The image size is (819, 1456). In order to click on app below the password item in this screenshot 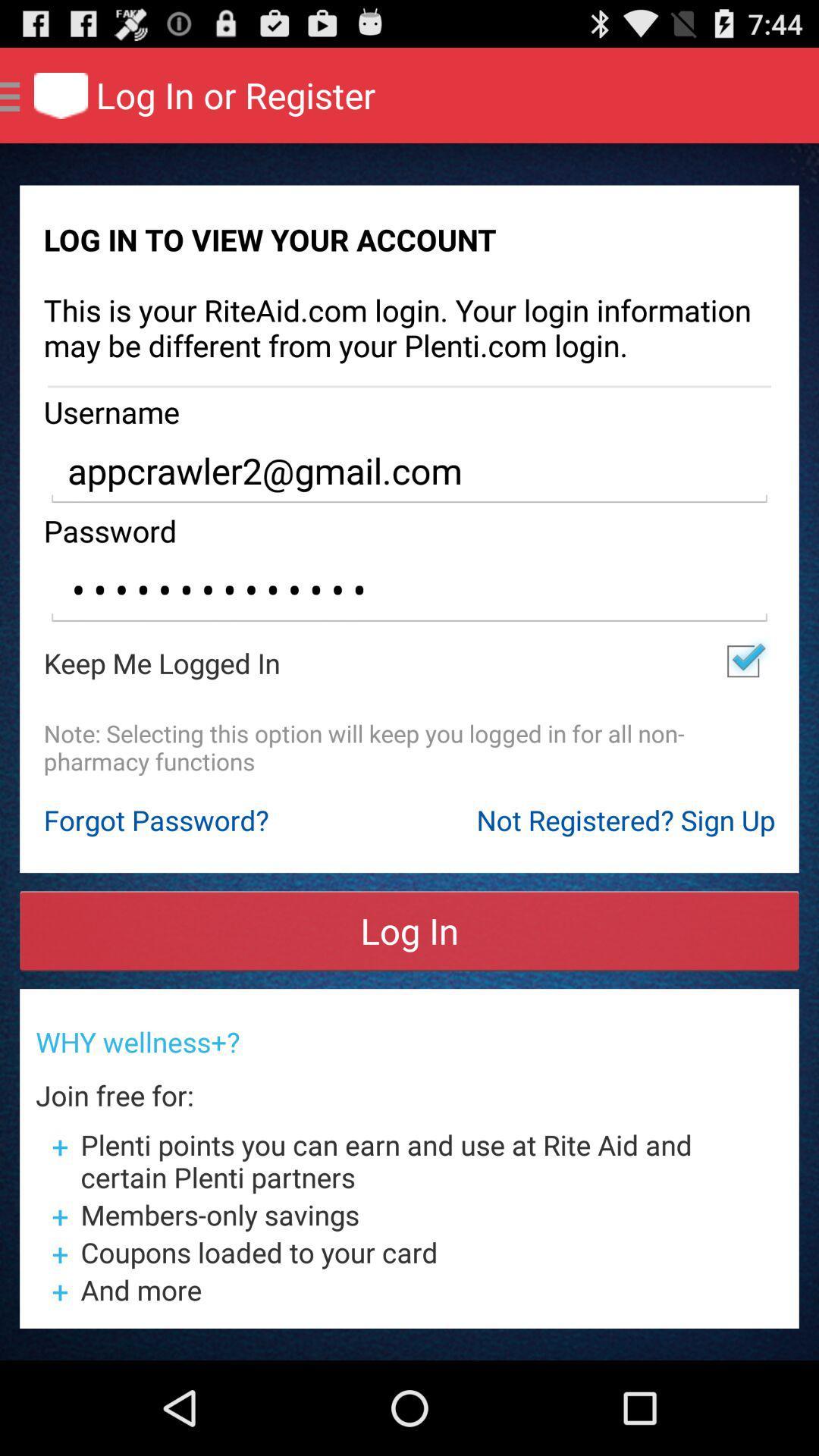, I will do `click(409, 589)`.